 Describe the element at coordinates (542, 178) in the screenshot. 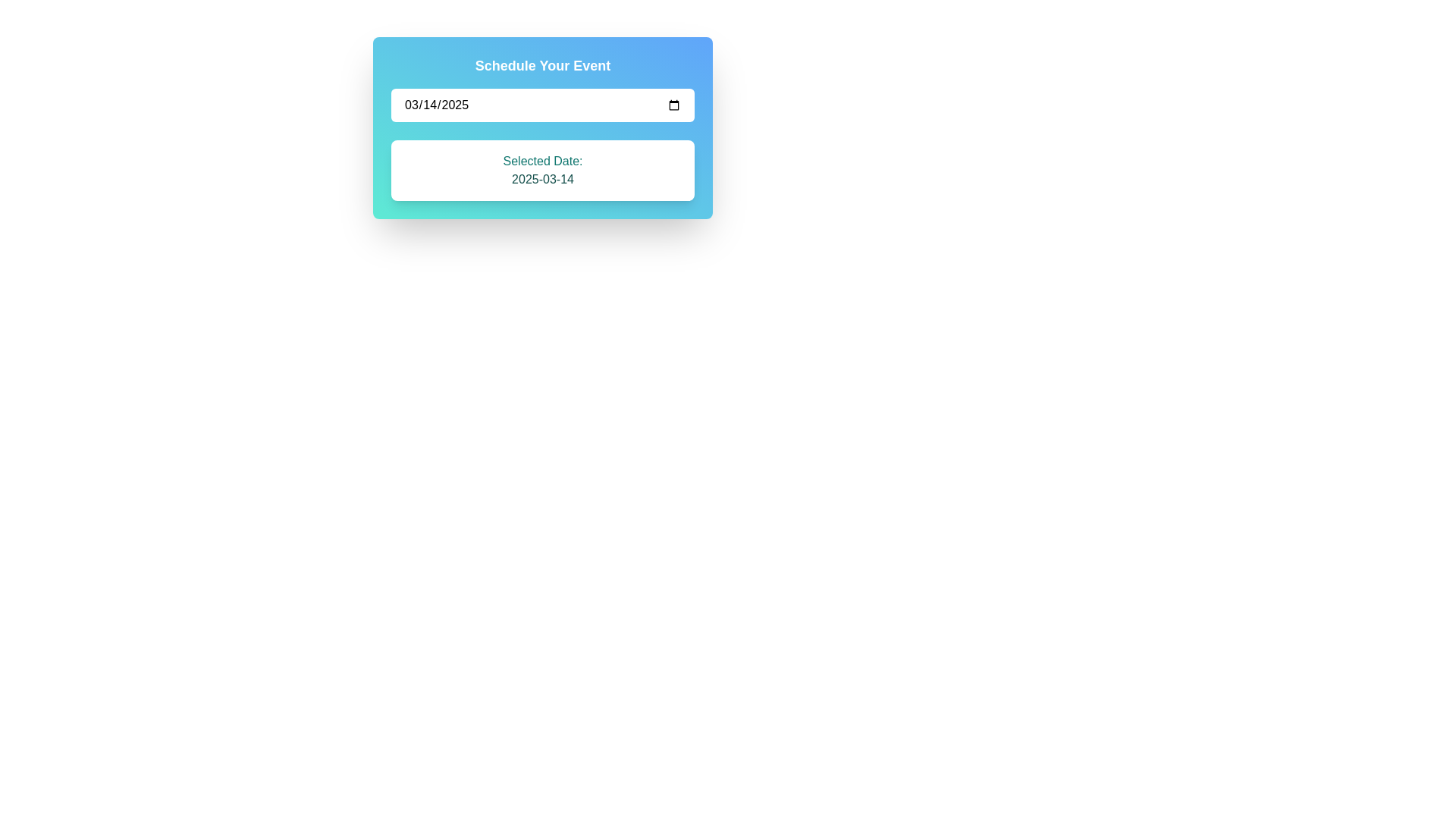

I see `the Text Display showing '2025-03-14' in teal color, located below the label 'Selected Date:' in a modern interface` at that location.